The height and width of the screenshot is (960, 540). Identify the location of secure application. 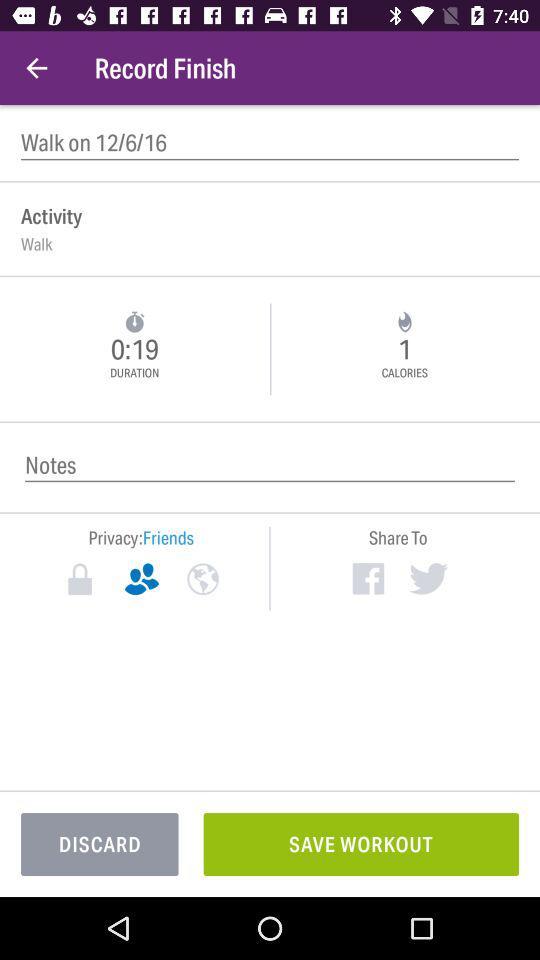
(79, 579).